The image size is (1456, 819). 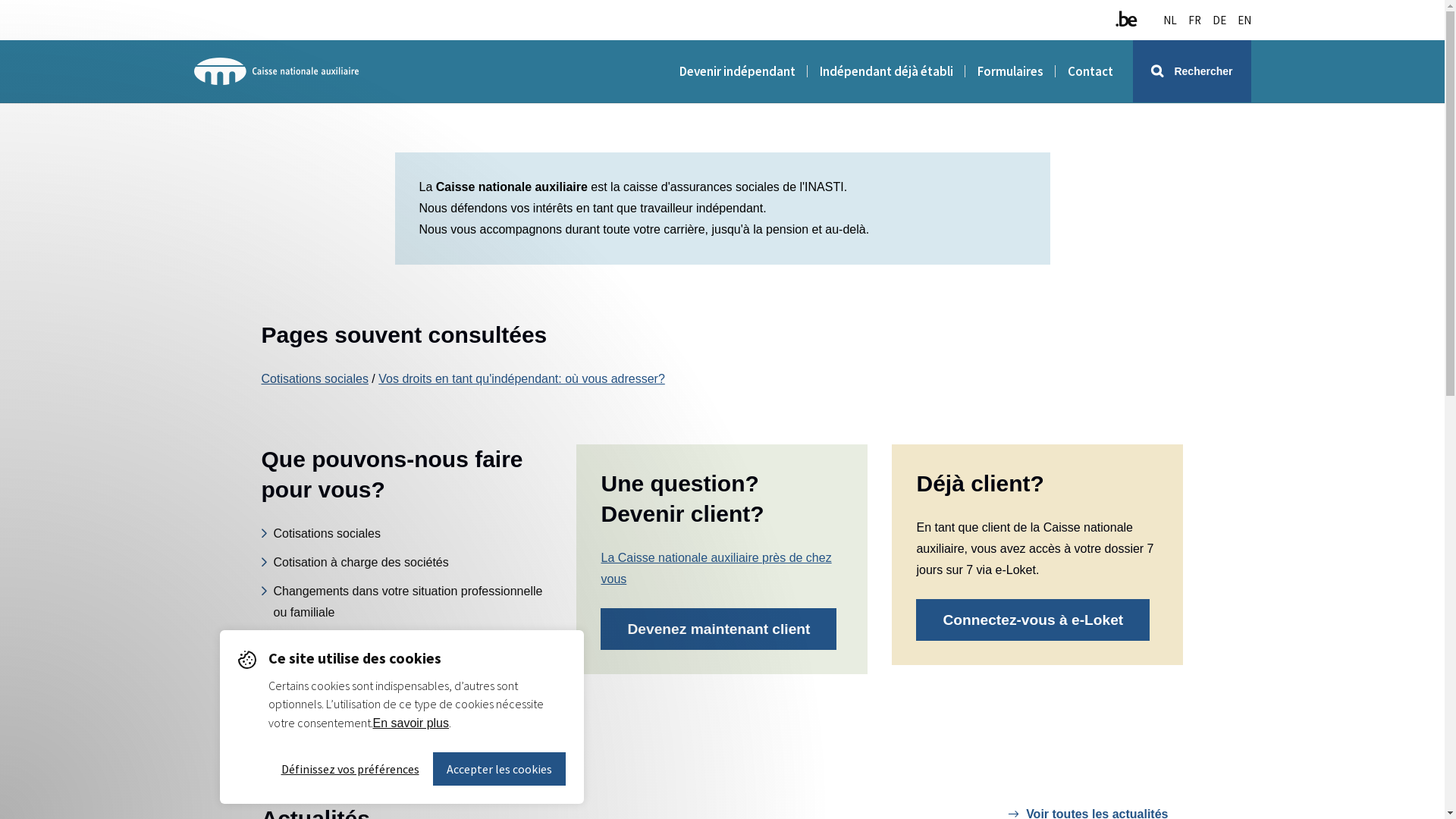 I want to click on 'Contact', so click(x=1066, y=71).